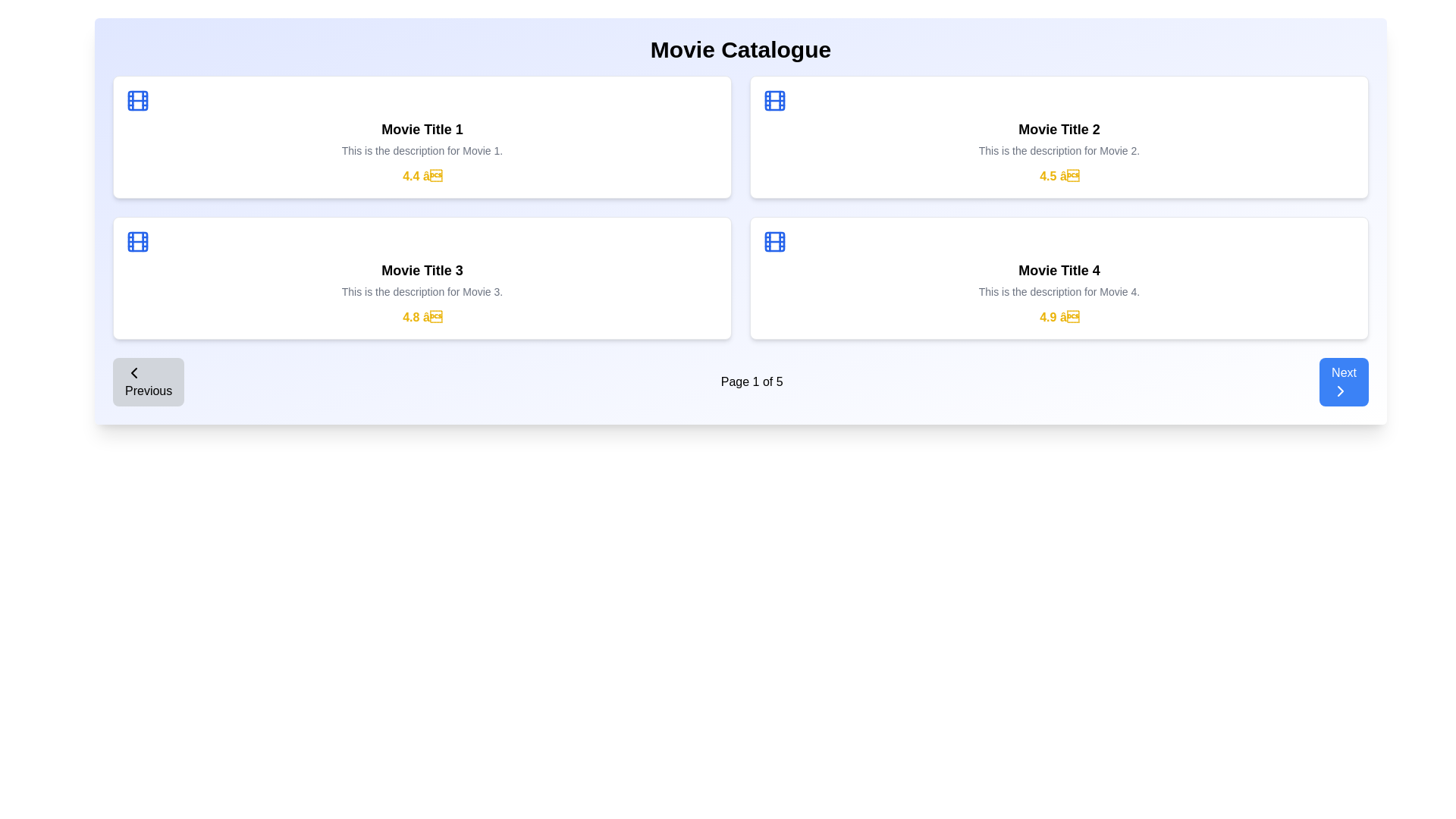  What do you see at coordinates (134, 373) in the screenshot?
I see `the 'Previous' button which contains the left-facing chevron arrow icon` at bounding box center [134, 373].